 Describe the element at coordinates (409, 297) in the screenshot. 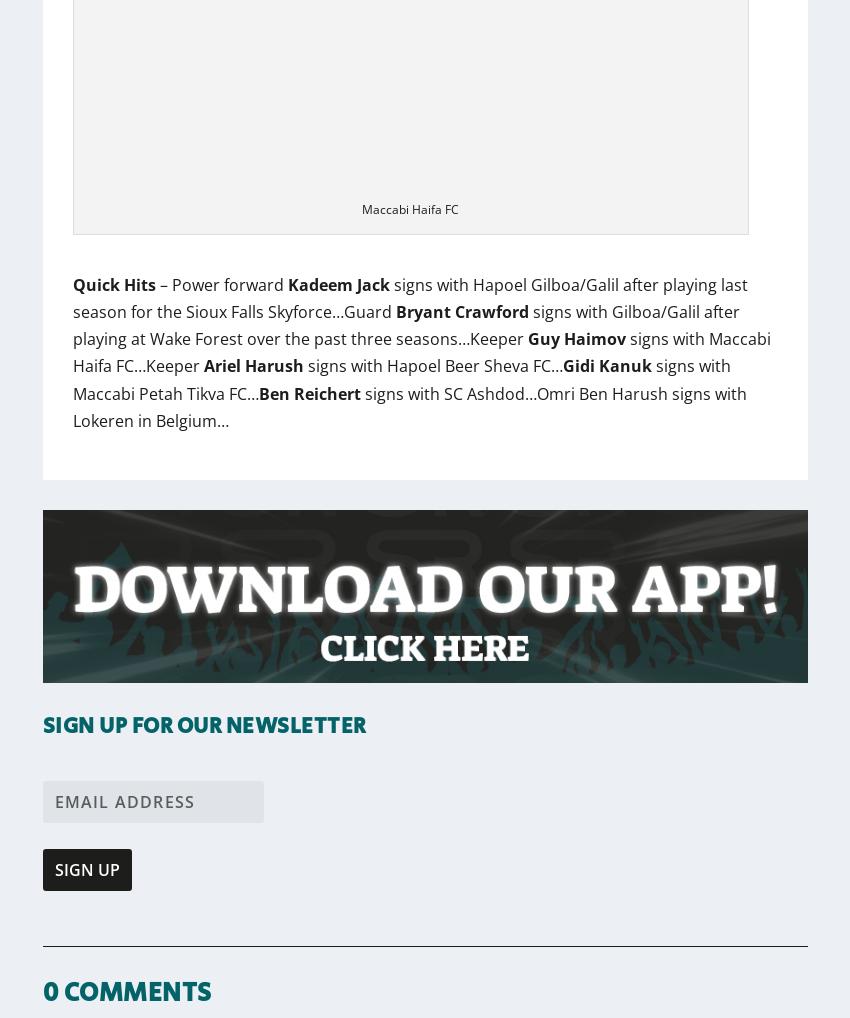

I see `'signs with Hapoel Gilboa/Galil after playing last season for the Sioux Falls Skyforce…Guard'` at that location.